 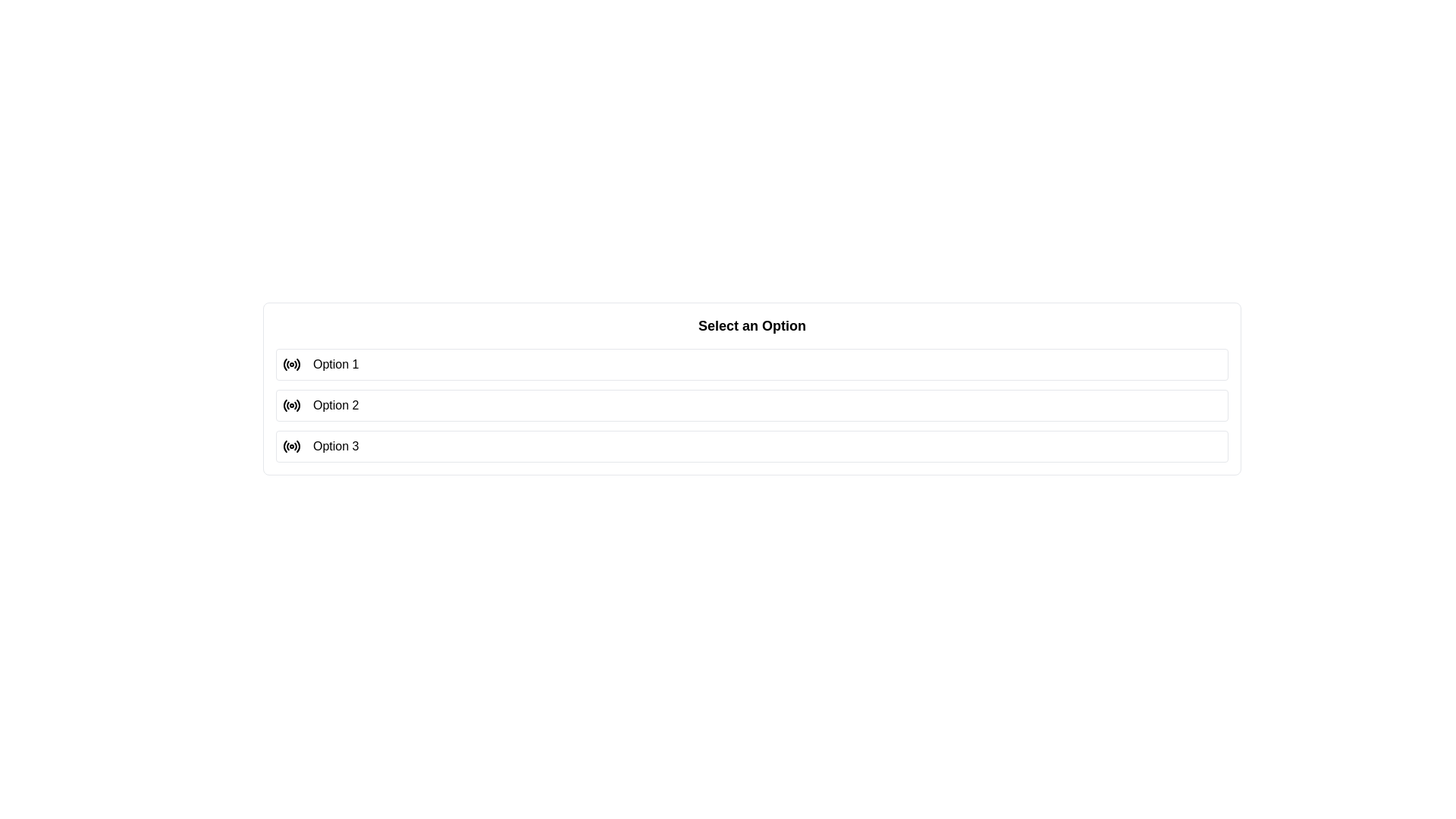 I want to click on the radio button representing 'Option 1' to trigger potential tooltips or highlights, so click(x=291, y=365).